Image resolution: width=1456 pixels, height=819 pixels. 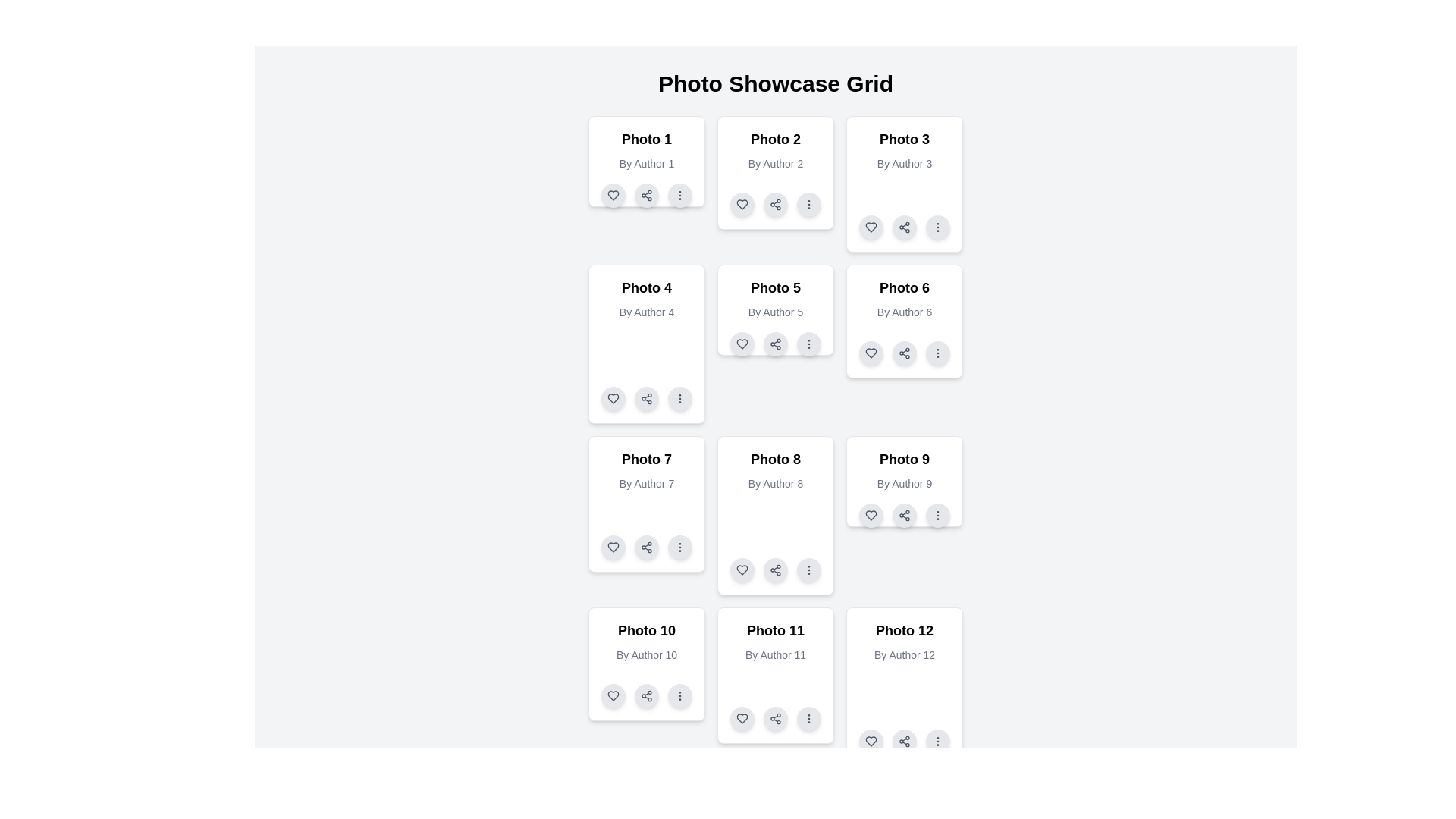 I want to click on the button group containing the heart, share, and ellipsis icons located at the bottom-right corner of the 'Photo 7' card, so click(x=647, y=547).